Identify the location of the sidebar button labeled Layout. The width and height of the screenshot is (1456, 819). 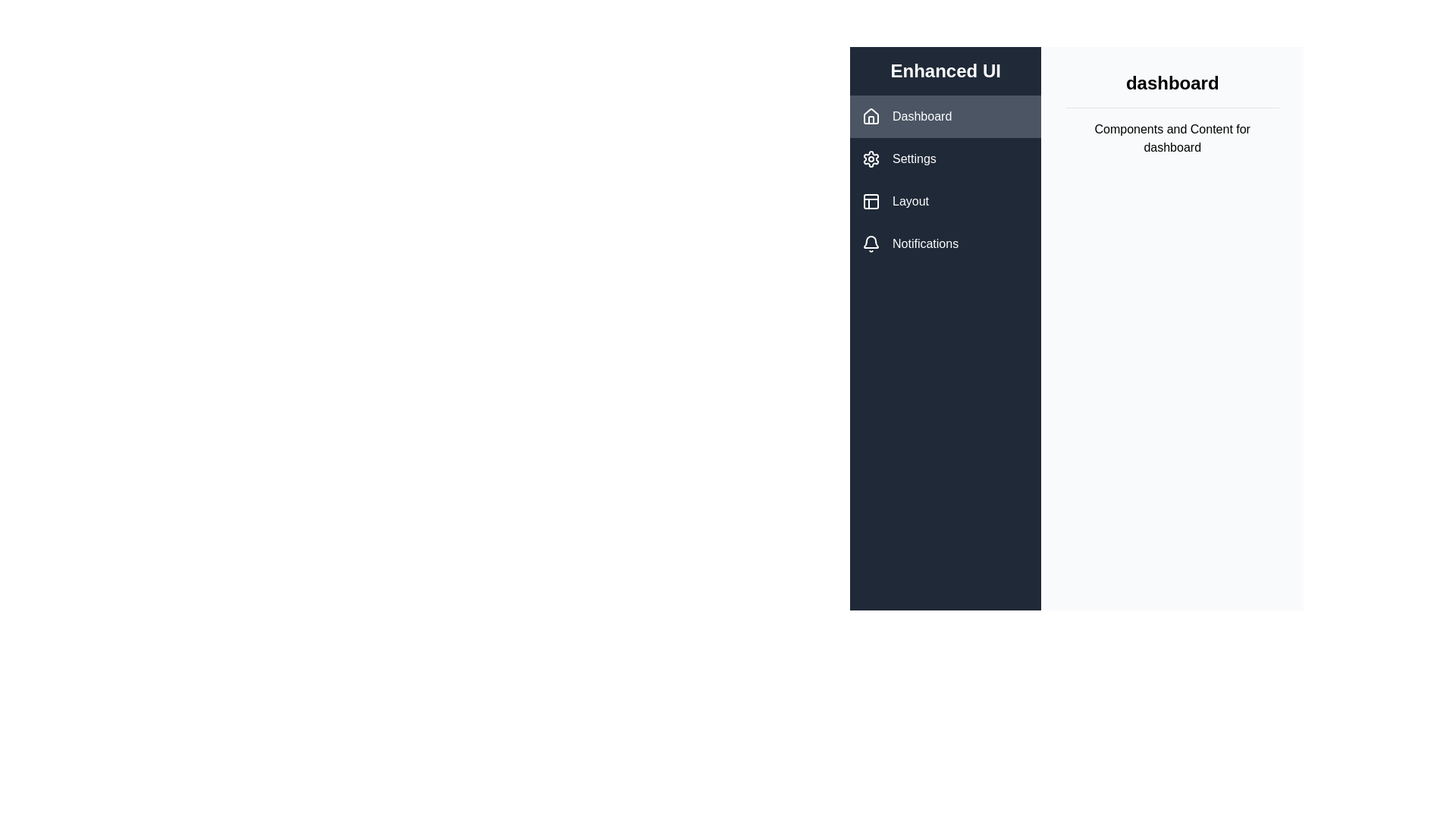
(945, 201).